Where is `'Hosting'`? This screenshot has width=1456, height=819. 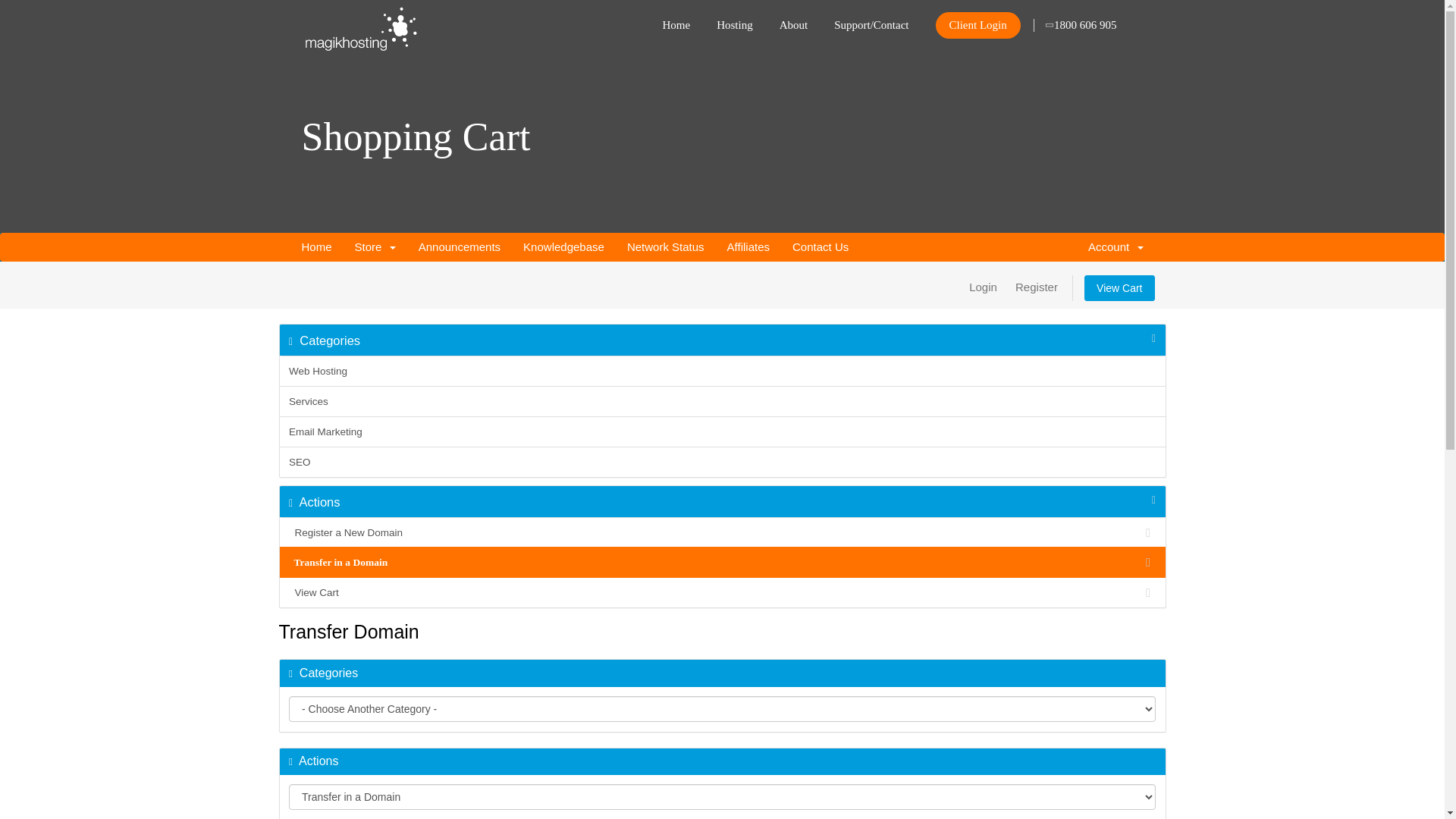
'Hosting' is located at coordinates (716, 20).